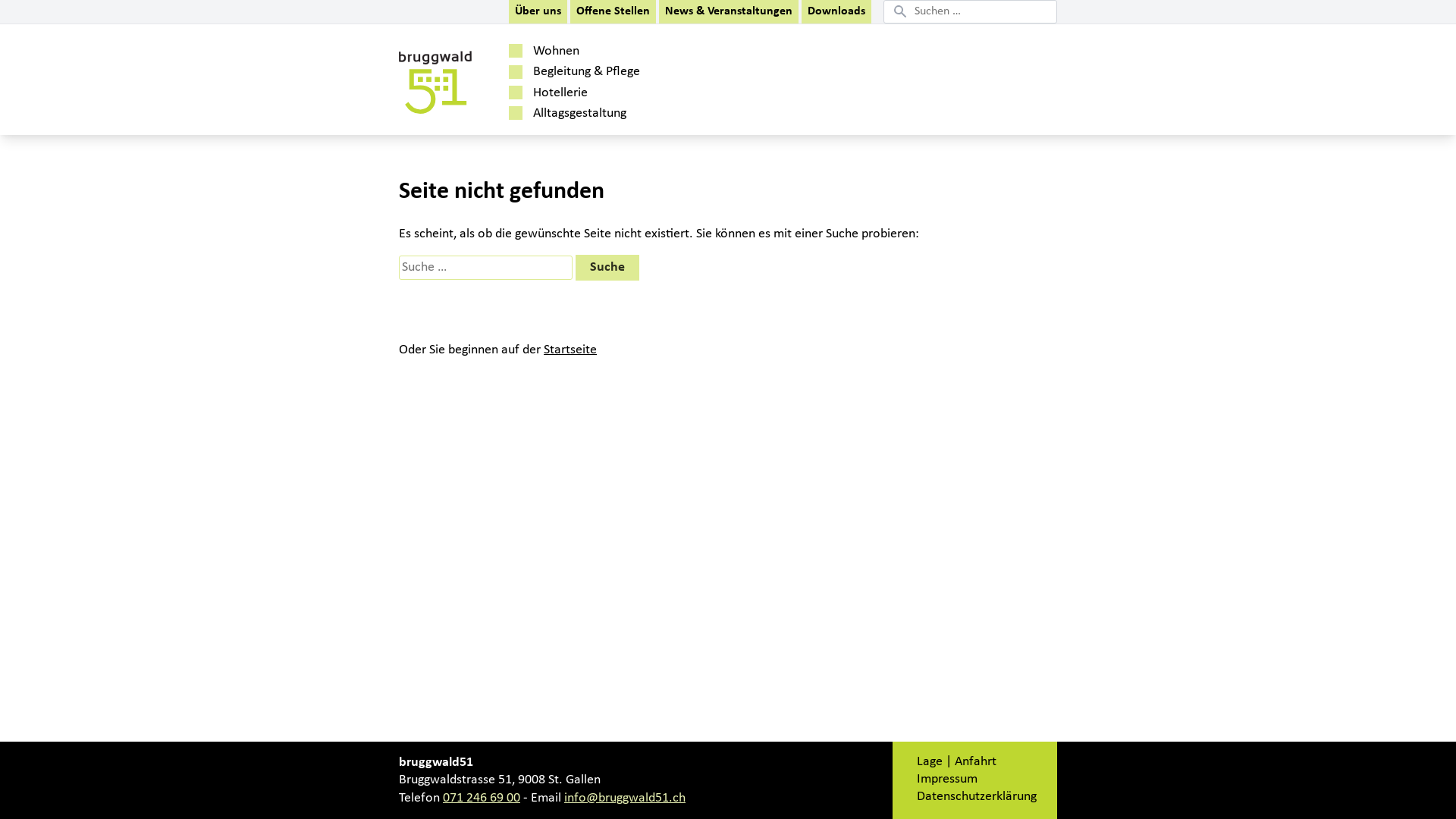 The image size is (1456, 819). What do you see at coordinates (480, 797) in the screenshot?
I see `'071 246 69 00'` at bounding box center [480, 797].